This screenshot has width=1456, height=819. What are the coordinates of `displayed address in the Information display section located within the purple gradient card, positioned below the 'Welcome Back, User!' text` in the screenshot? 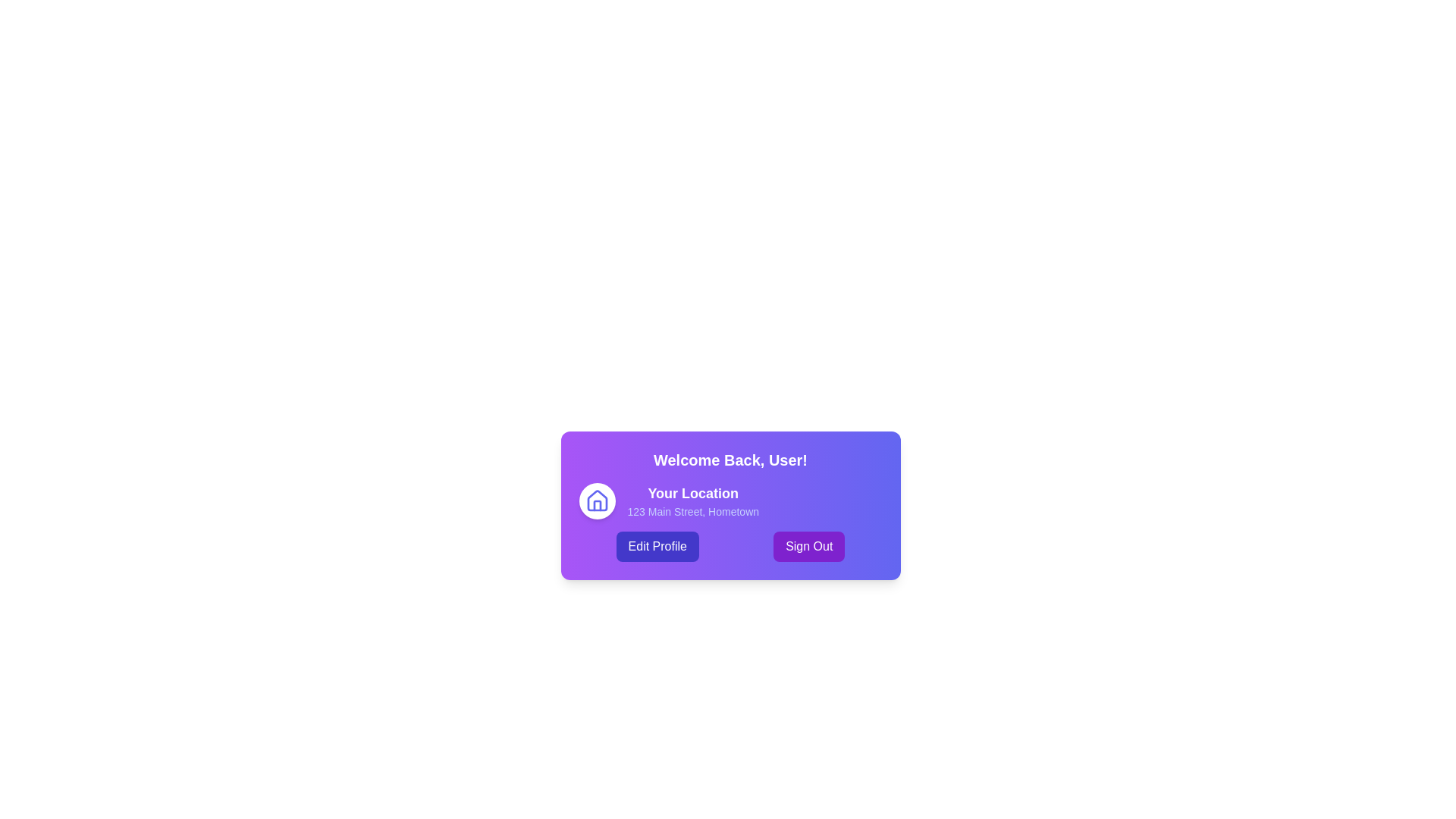 It's located at (730, 500).